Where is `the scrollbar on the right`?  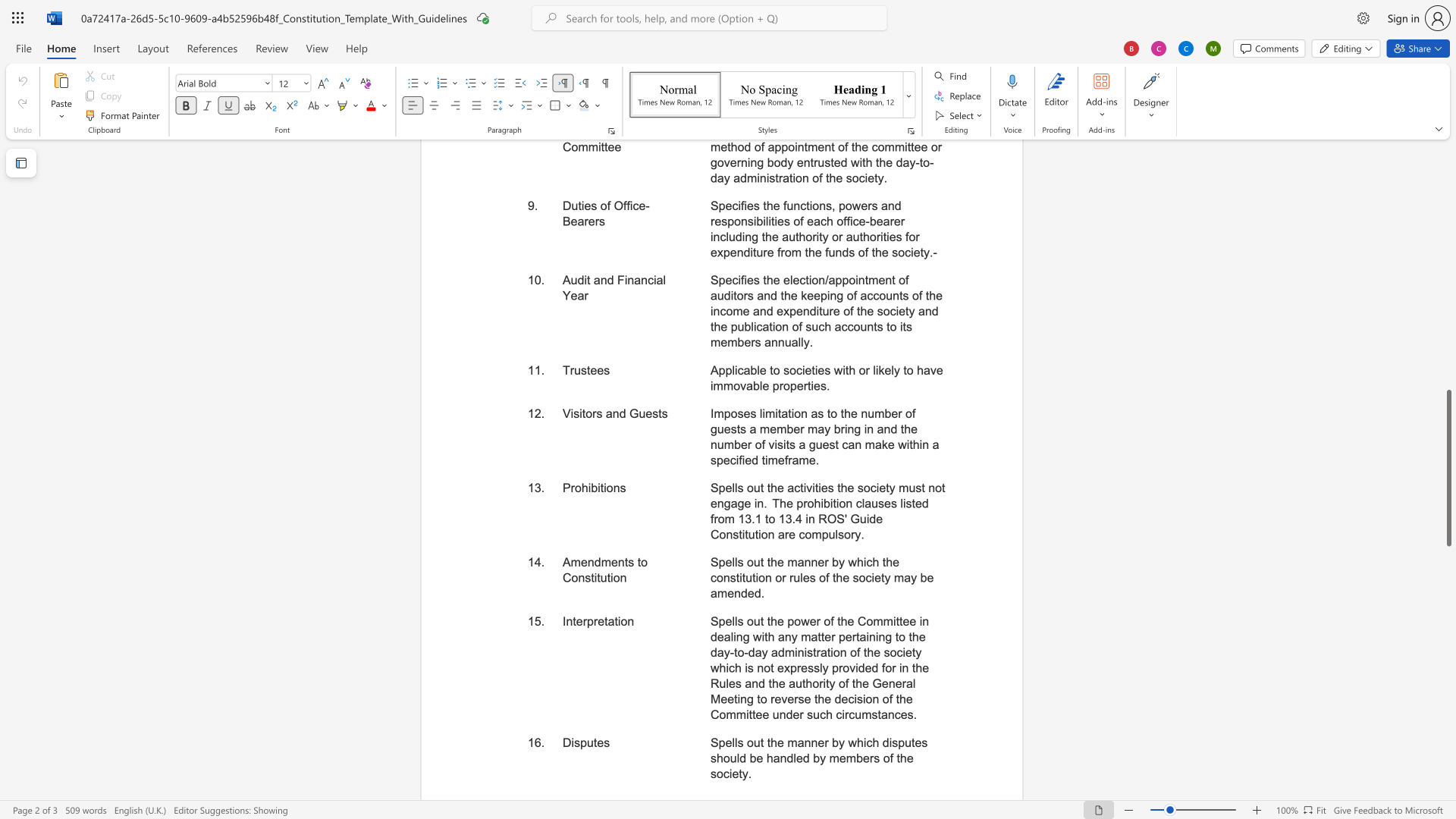 the scrollbar on the right is located at coordinates (1448, 212).